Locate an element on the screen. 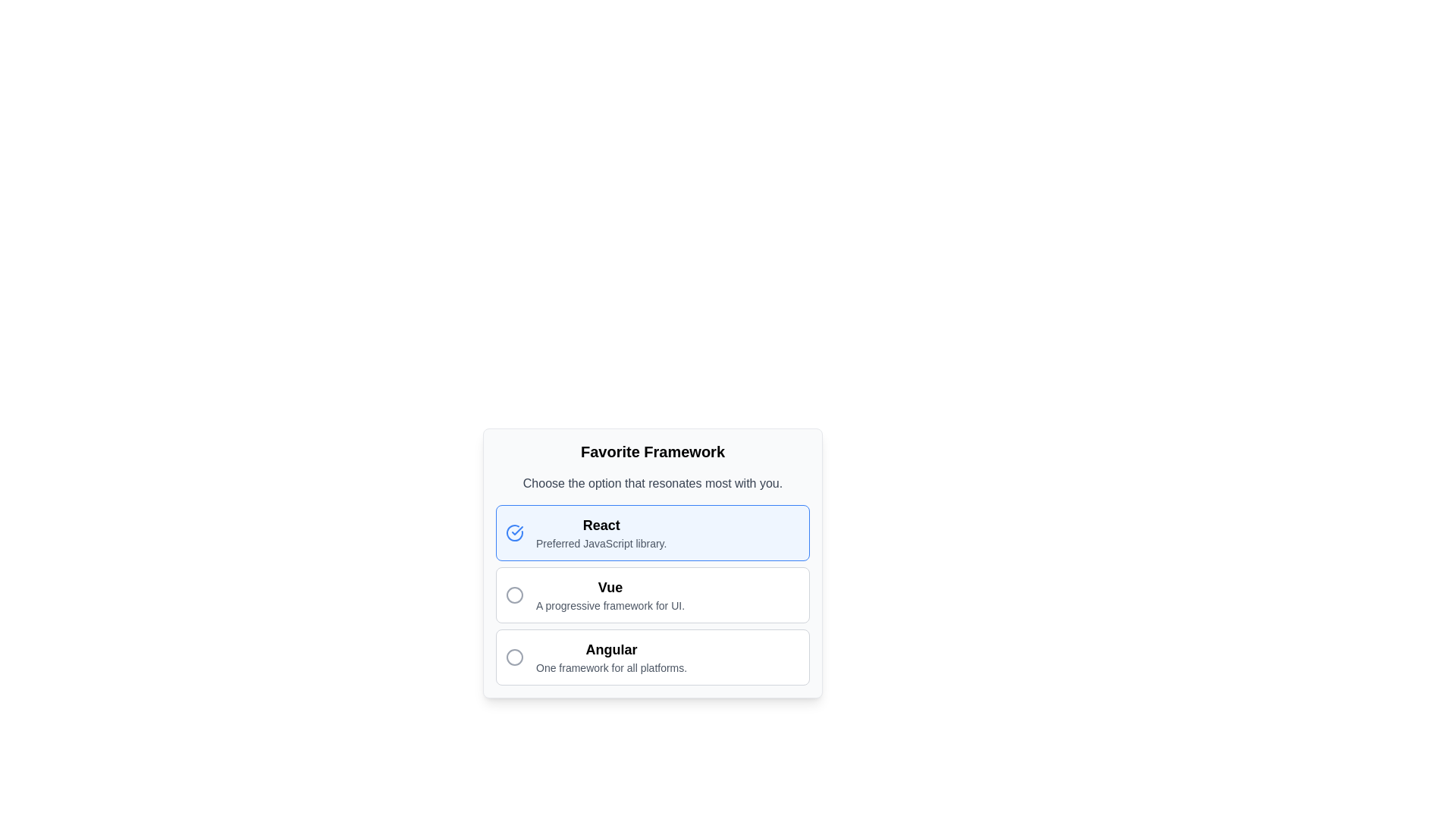 This screenshot has height=819, width=1456. the informational text label providing details about the 'React' option in the 'Favorite Framework' selection list, located directly below the 'React' text is located at coordinates (601, 543).